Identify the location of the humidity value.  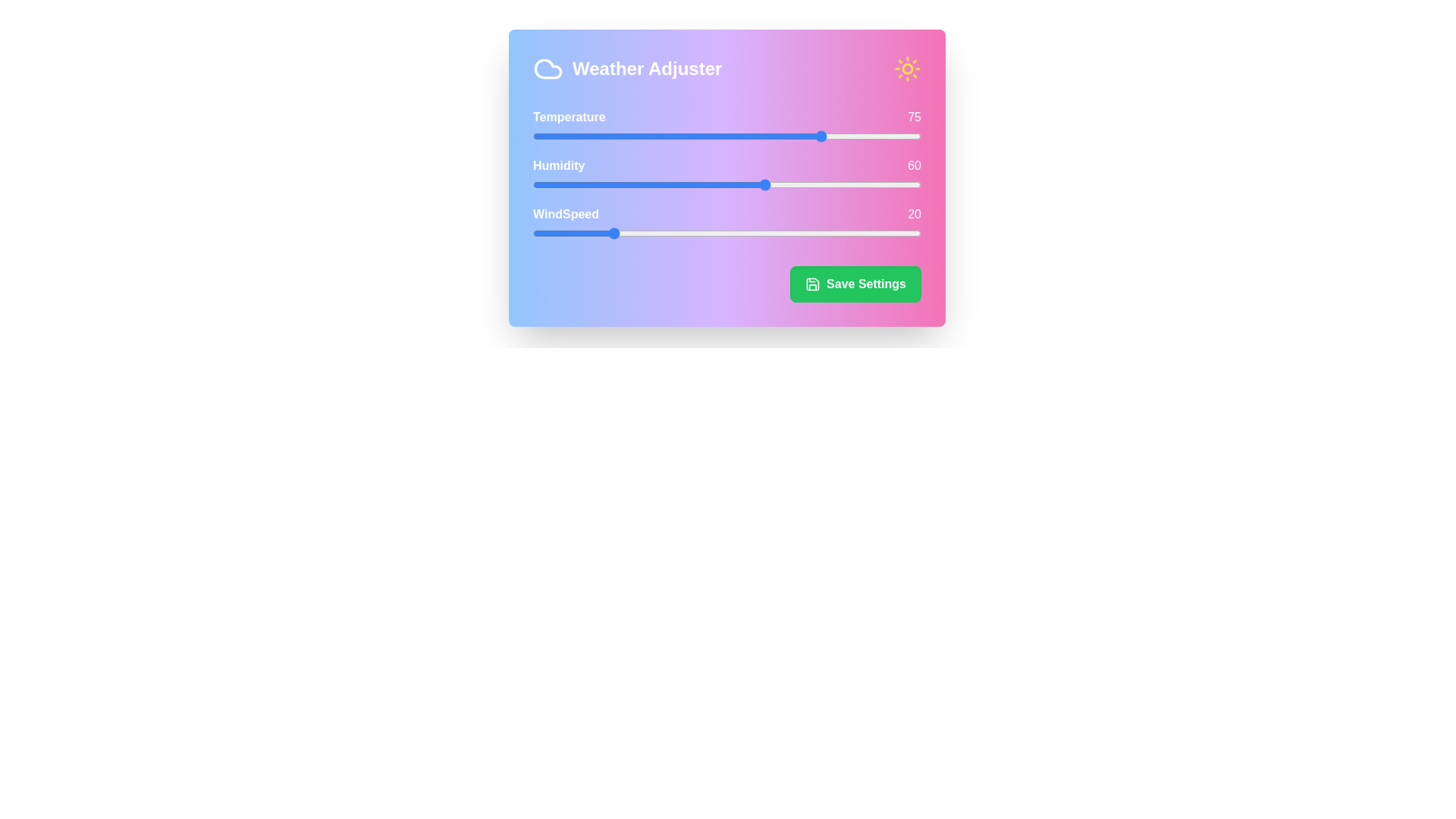
(878, 184).